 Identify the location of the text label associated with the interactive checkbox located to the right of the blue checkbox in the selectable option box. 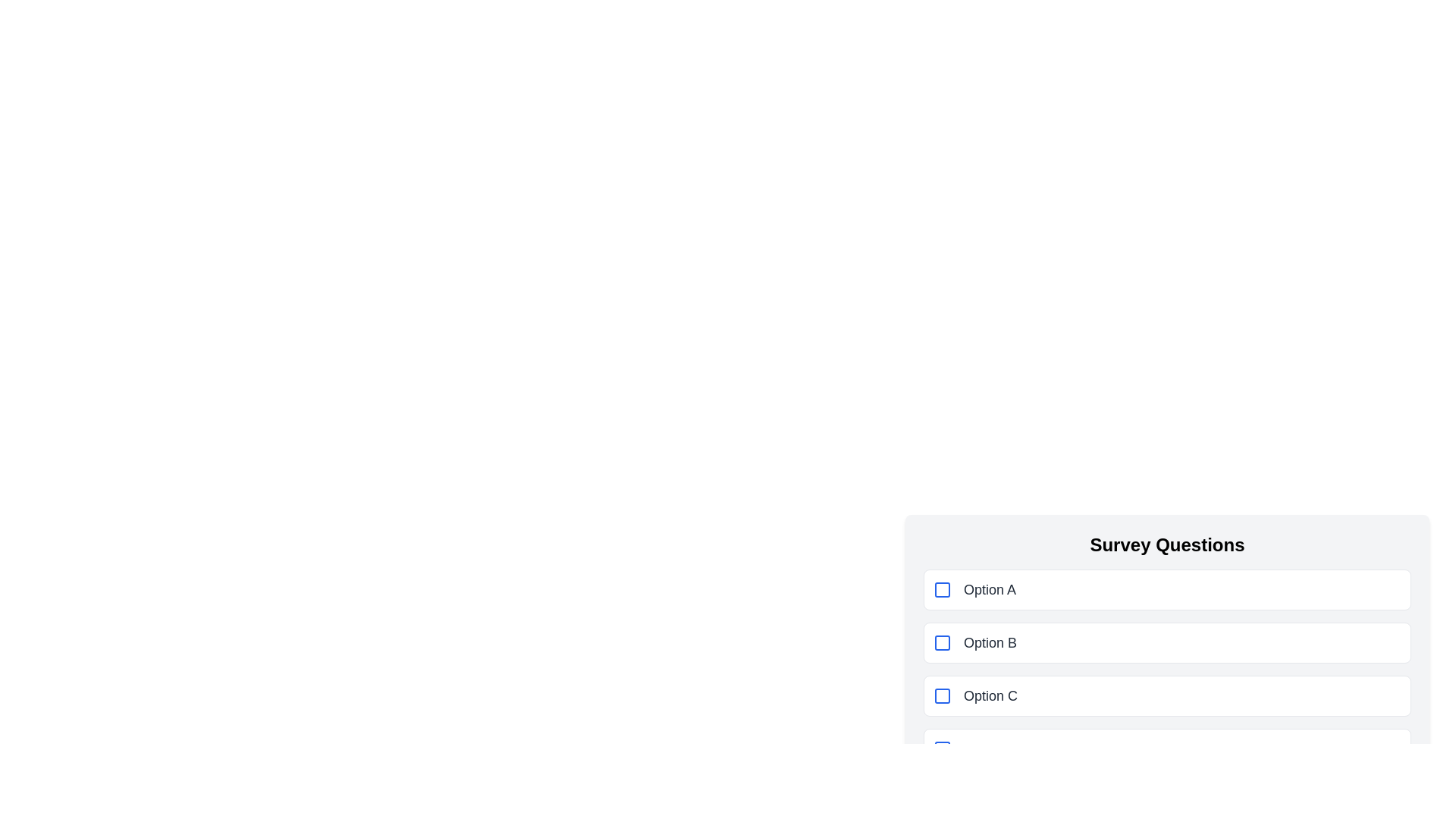
(990, 643).